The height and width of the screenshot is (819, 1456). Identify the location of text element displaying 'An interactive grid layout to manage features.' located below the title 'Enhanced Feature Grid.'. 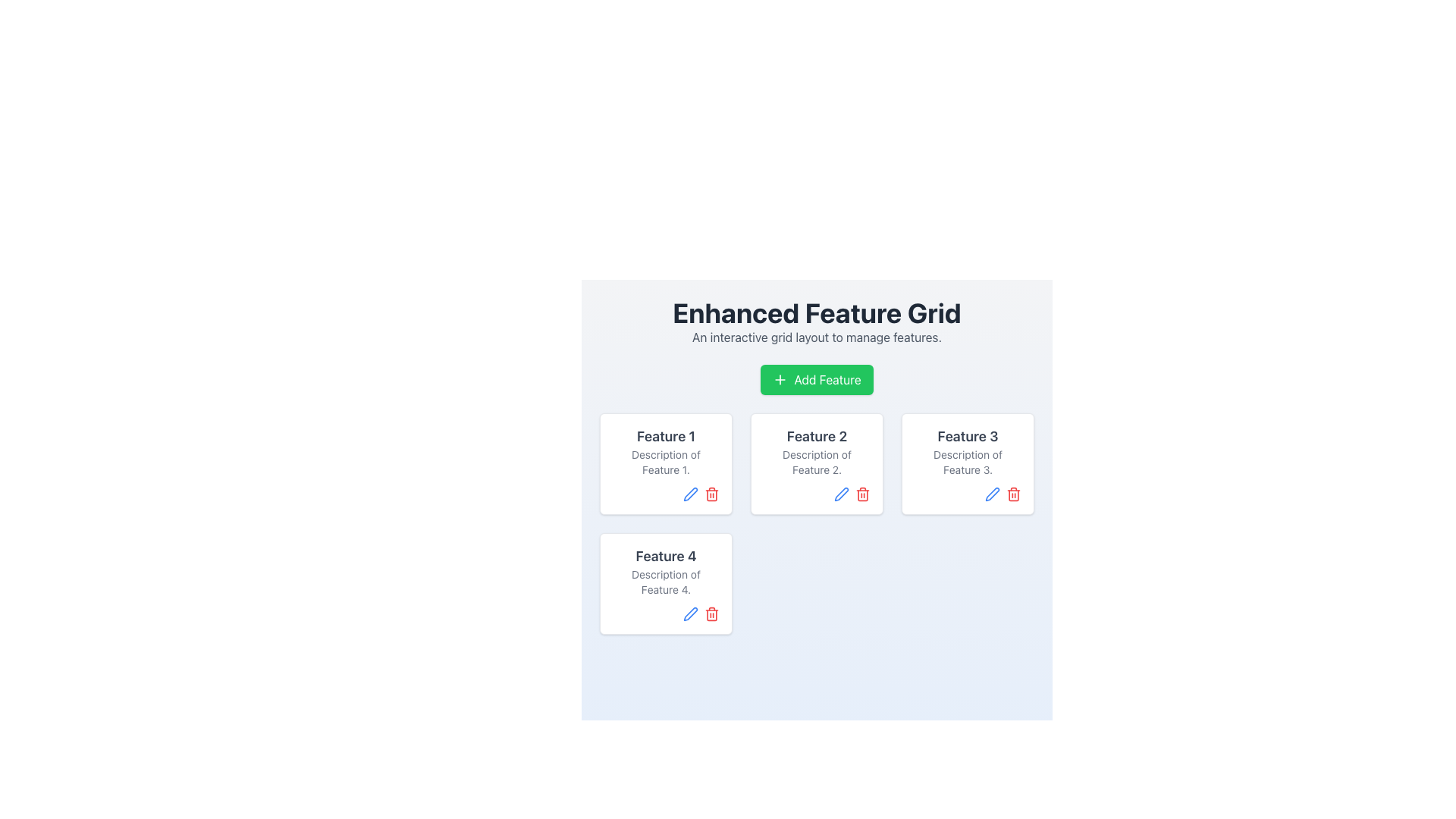
(816, 336).